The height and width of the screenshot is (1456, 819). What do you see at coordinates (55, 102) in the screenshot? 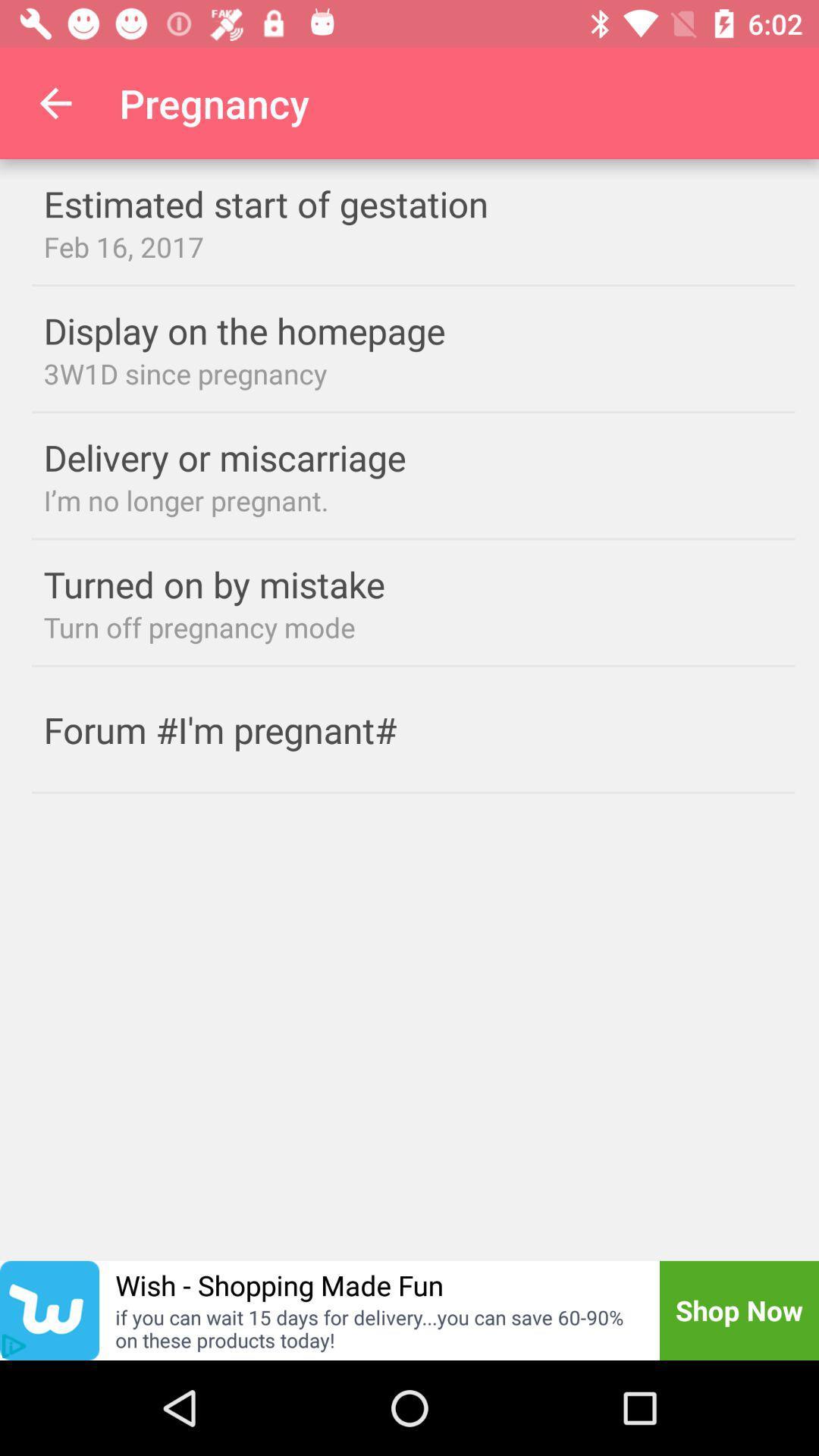
I see `the item above estimated start of` at bounding box center [55, 102].